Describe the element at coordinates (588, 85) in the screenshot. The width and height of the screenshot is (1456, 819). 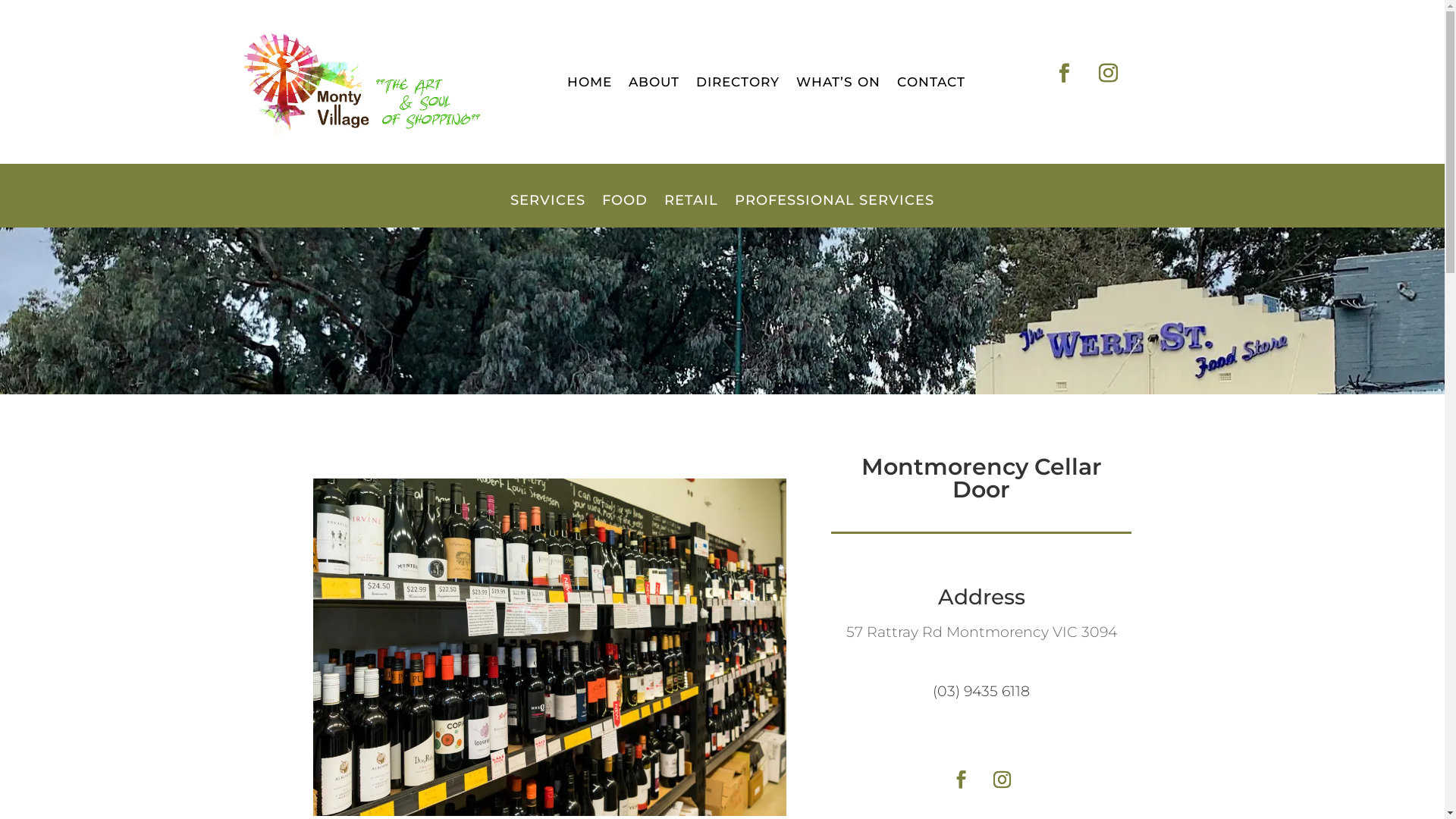
I see `'HOME'` at that location.